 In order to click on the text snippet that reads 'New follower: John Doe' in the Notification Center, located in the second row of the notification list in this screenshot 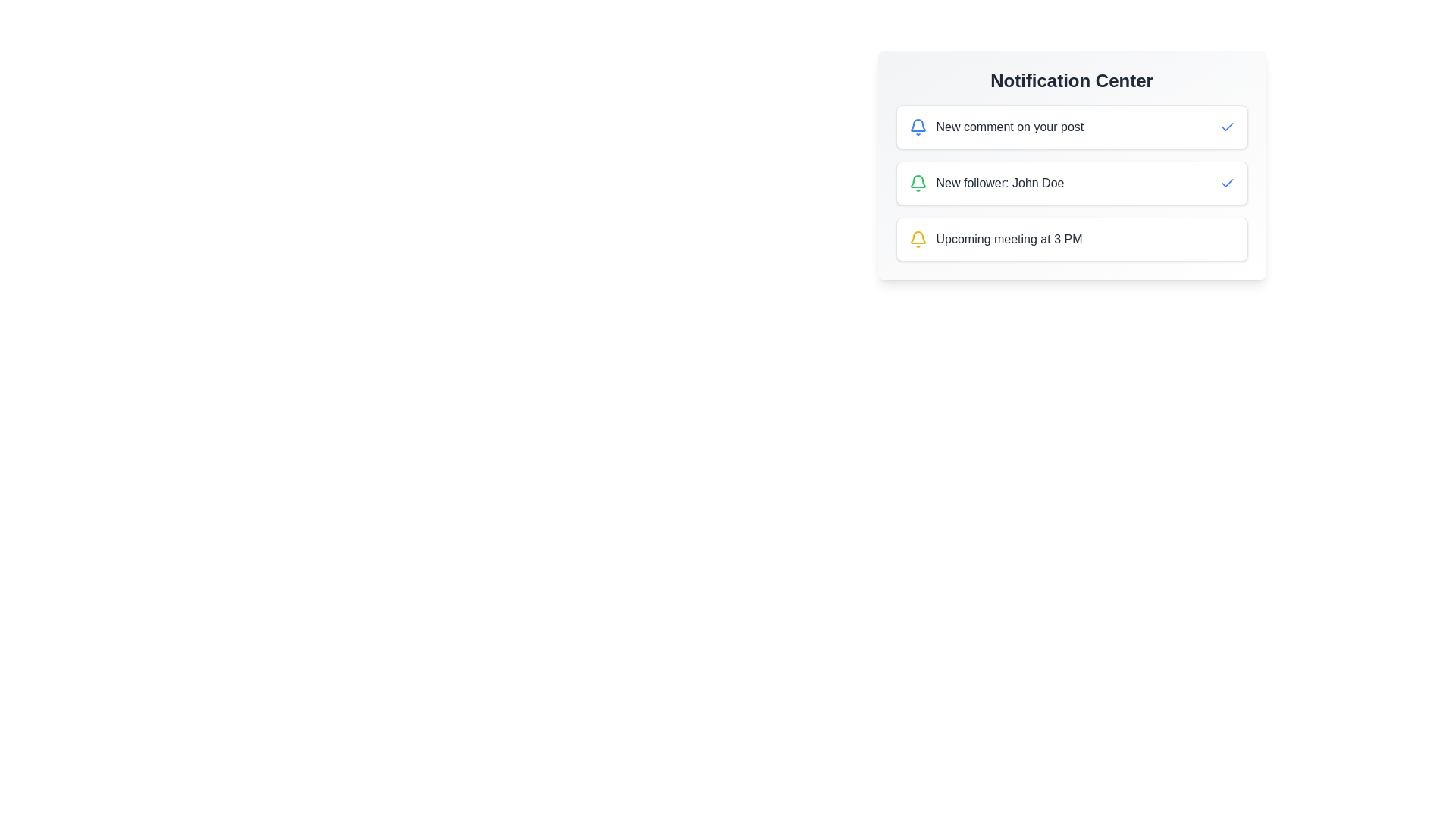, I will do `click(1000, 183)`.